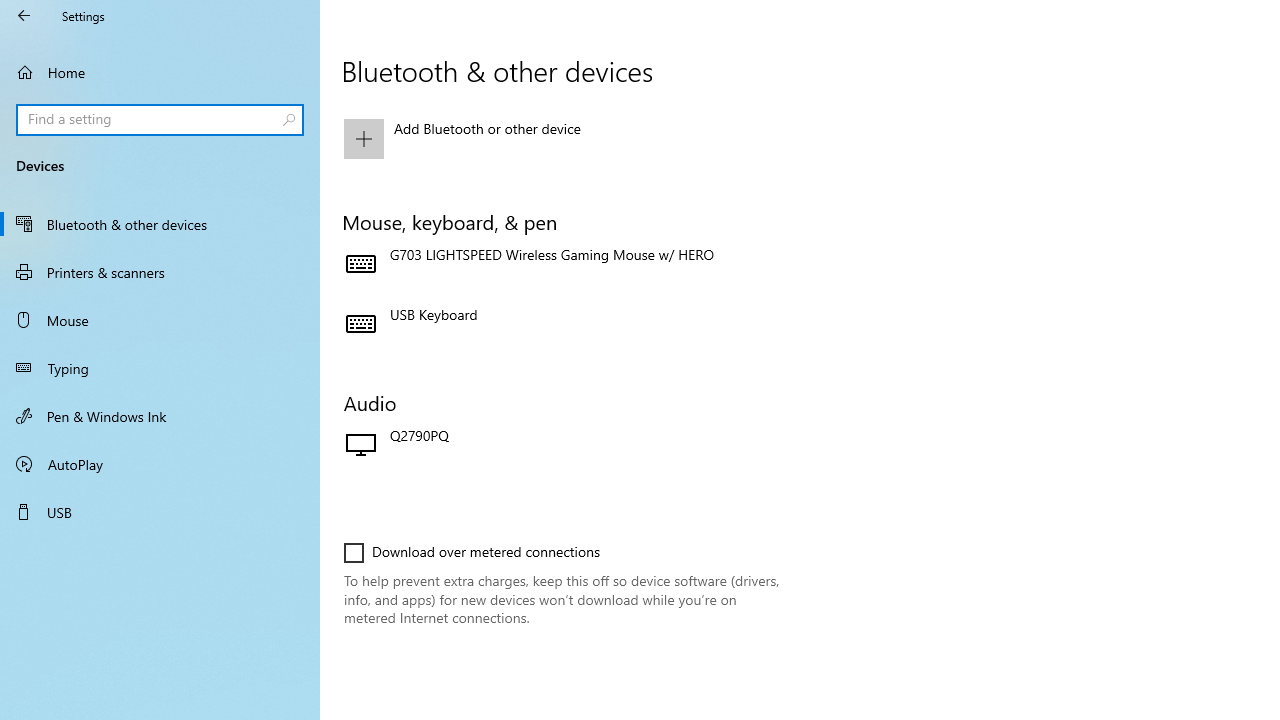 This screenshot has height=720, width=1280. Describe the element at coordinates (160, 510) in the screenshot. I see `'USB'` at that location.